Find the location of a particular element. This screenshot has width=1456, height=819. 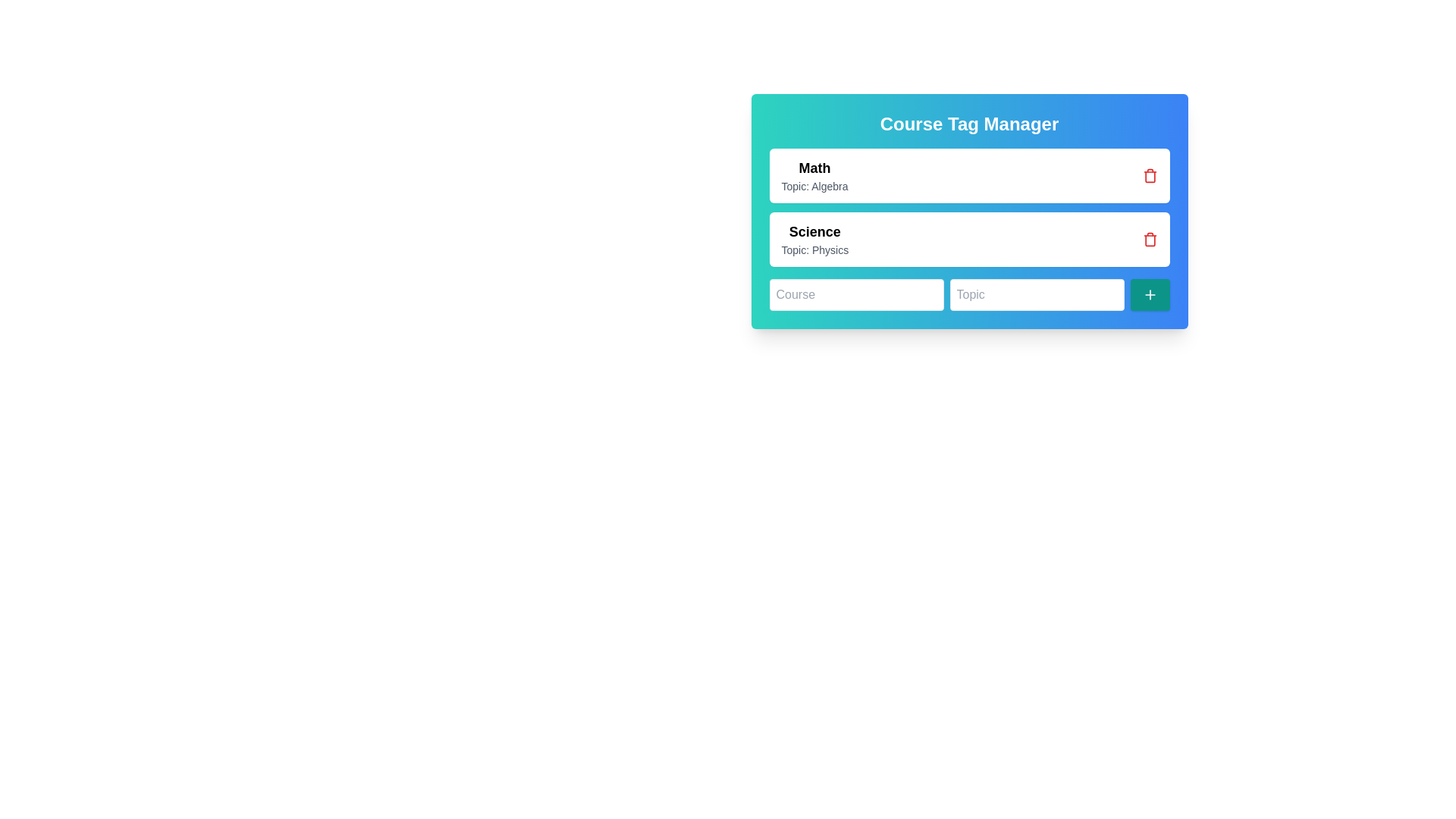

the button with an icon located in the bottom right corner of the teal-colored 'Course Tag Manager' section is located at coordinates (1150, 295).